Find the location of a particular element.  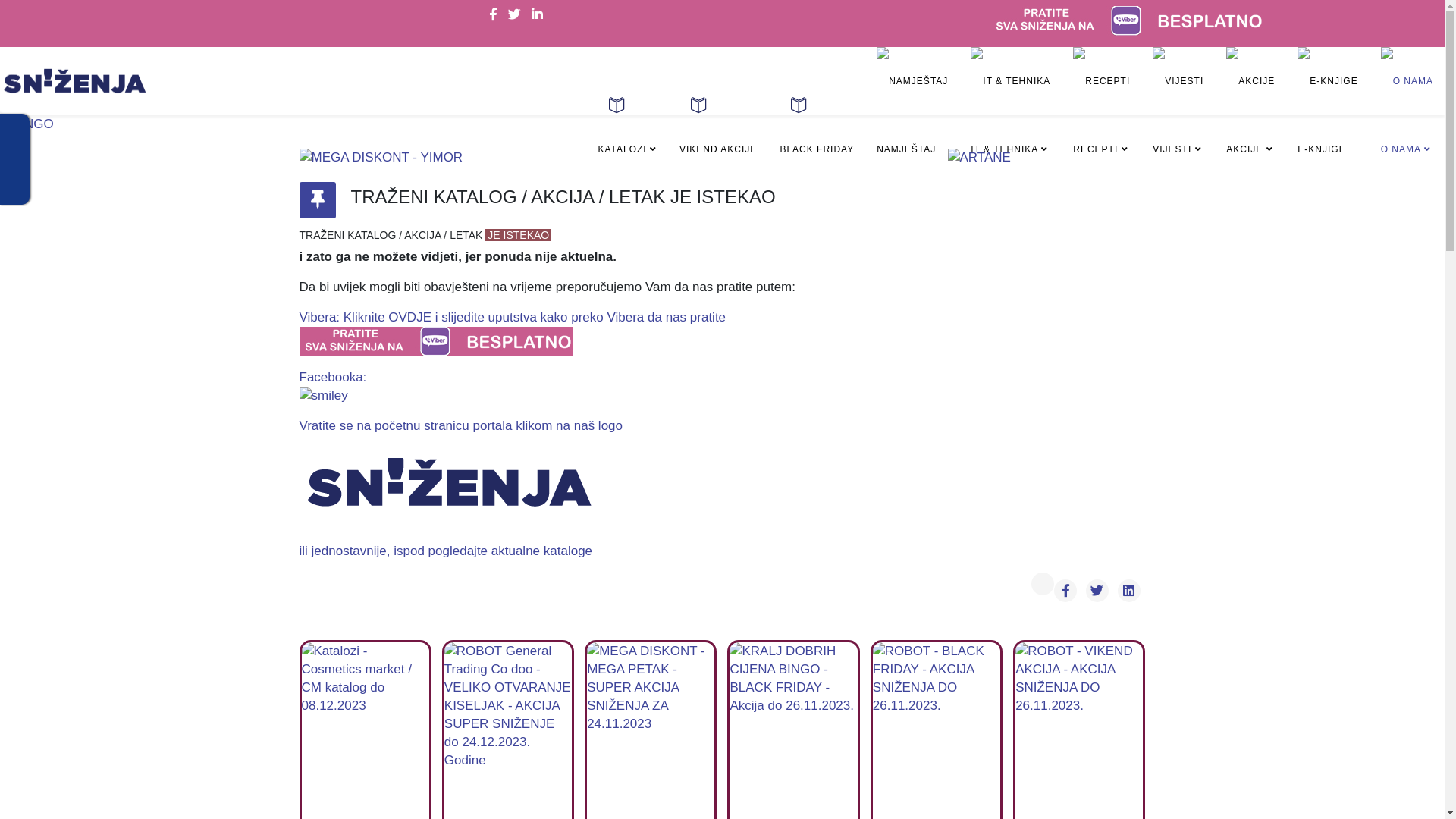

'E-KNJIGE' is located at coordinates (1326, 114).